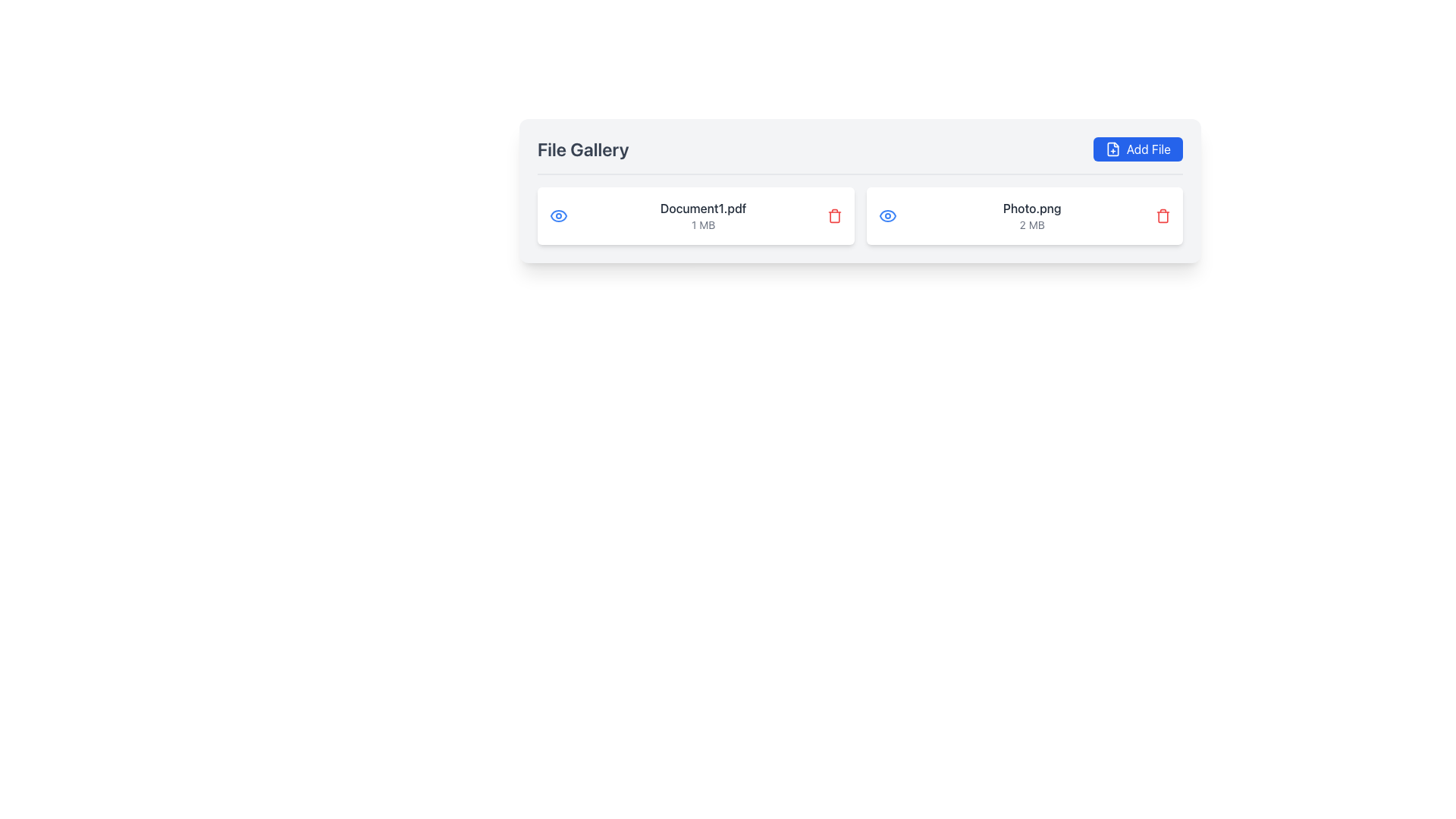 This screenshot has height=819, width=1456. What do you see at coordinates (1031, 216) in the screenshot?
I see `text content of the file identification label displaying 'Photo.png' and its size '2 MB', which is centered between a blue eye icon and a red trash bin icon` at bounding box center [1031, 216].